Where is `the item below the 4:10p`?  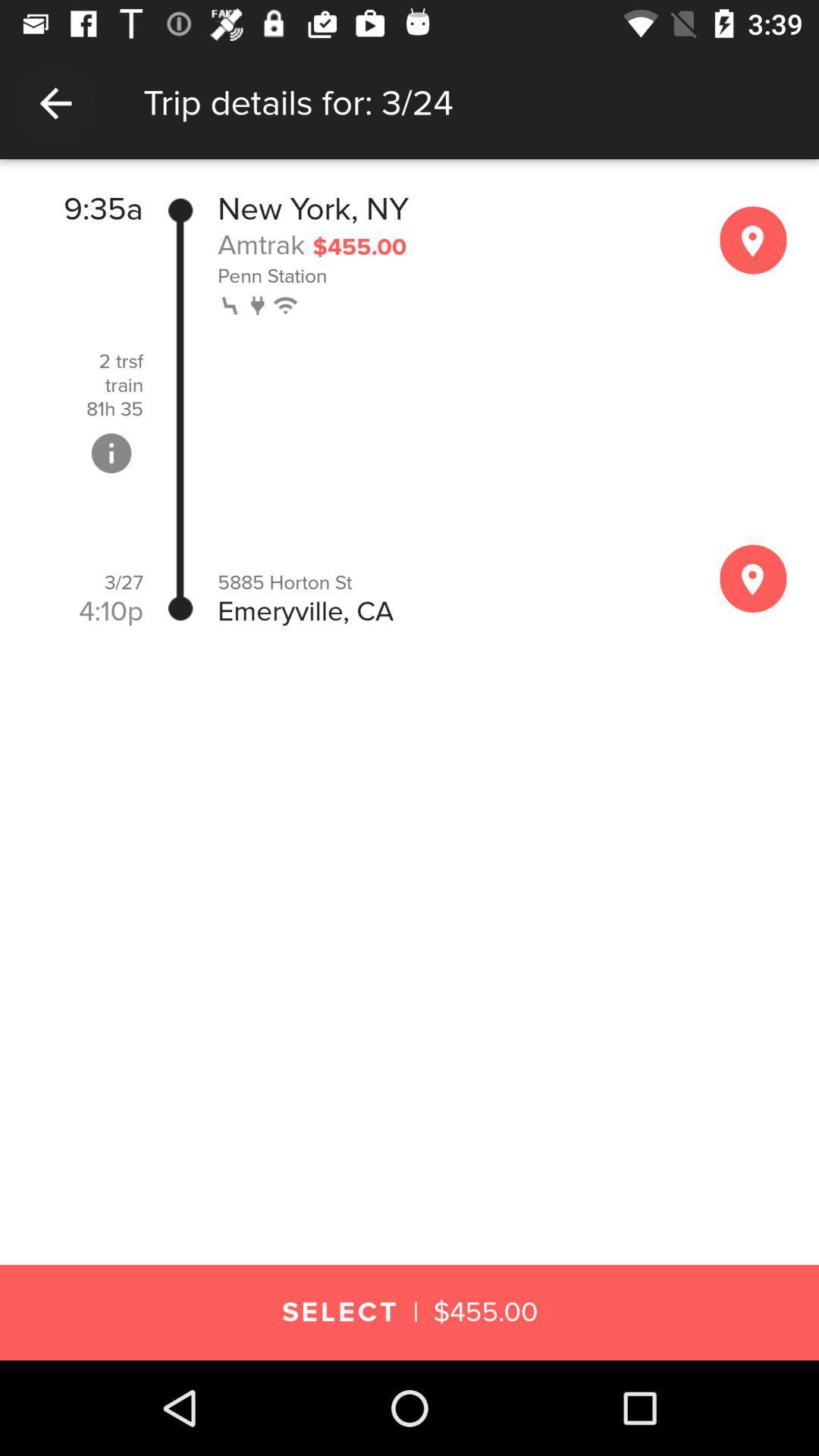
the item below the 4:10p is located at coordinates (409, 644).